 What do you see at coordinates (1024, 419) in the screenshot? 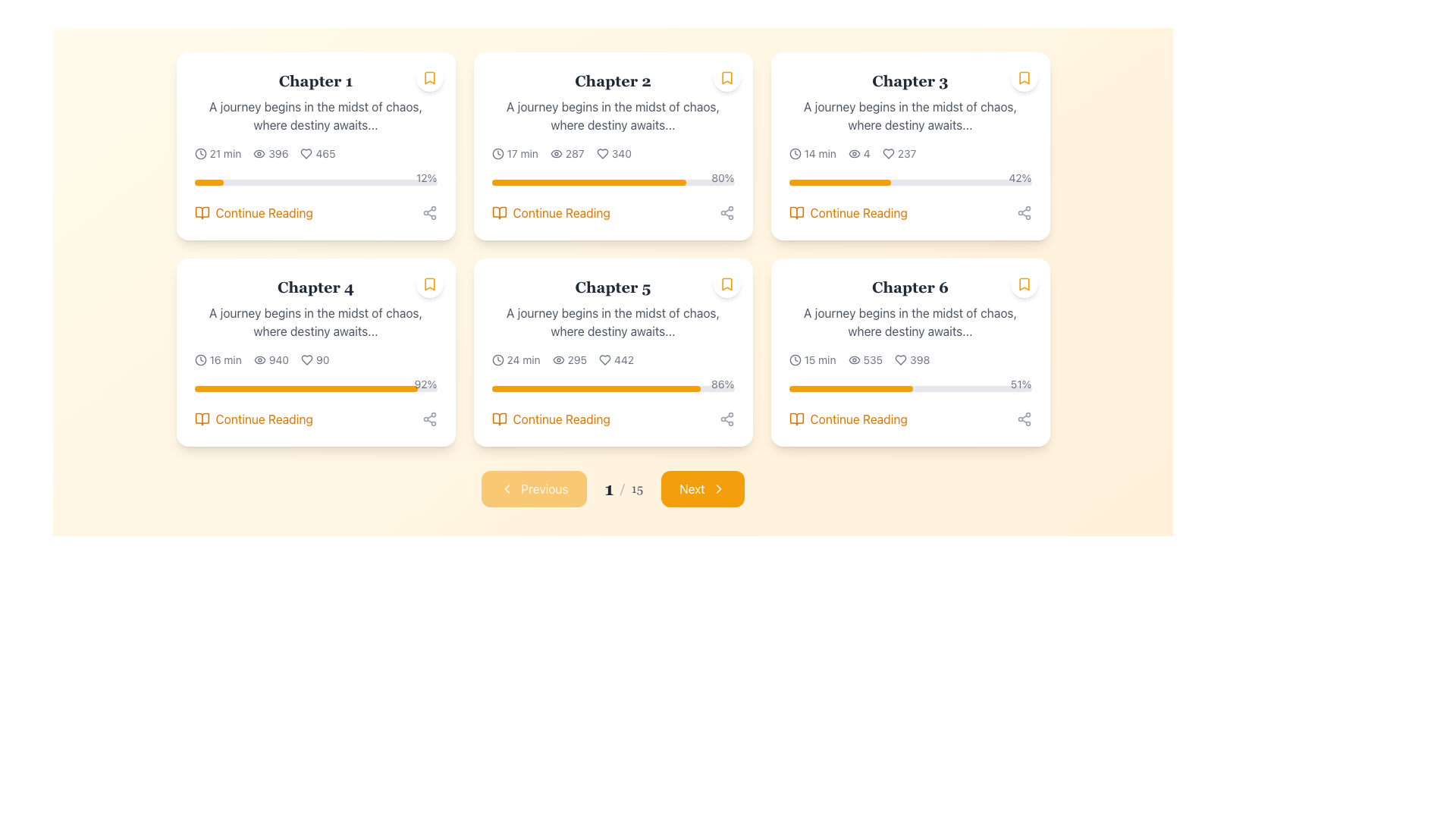
I see `the small share icon button located at the bottom-right corner of the 'Chapter 6' card` at bounding box center [1024, 419].